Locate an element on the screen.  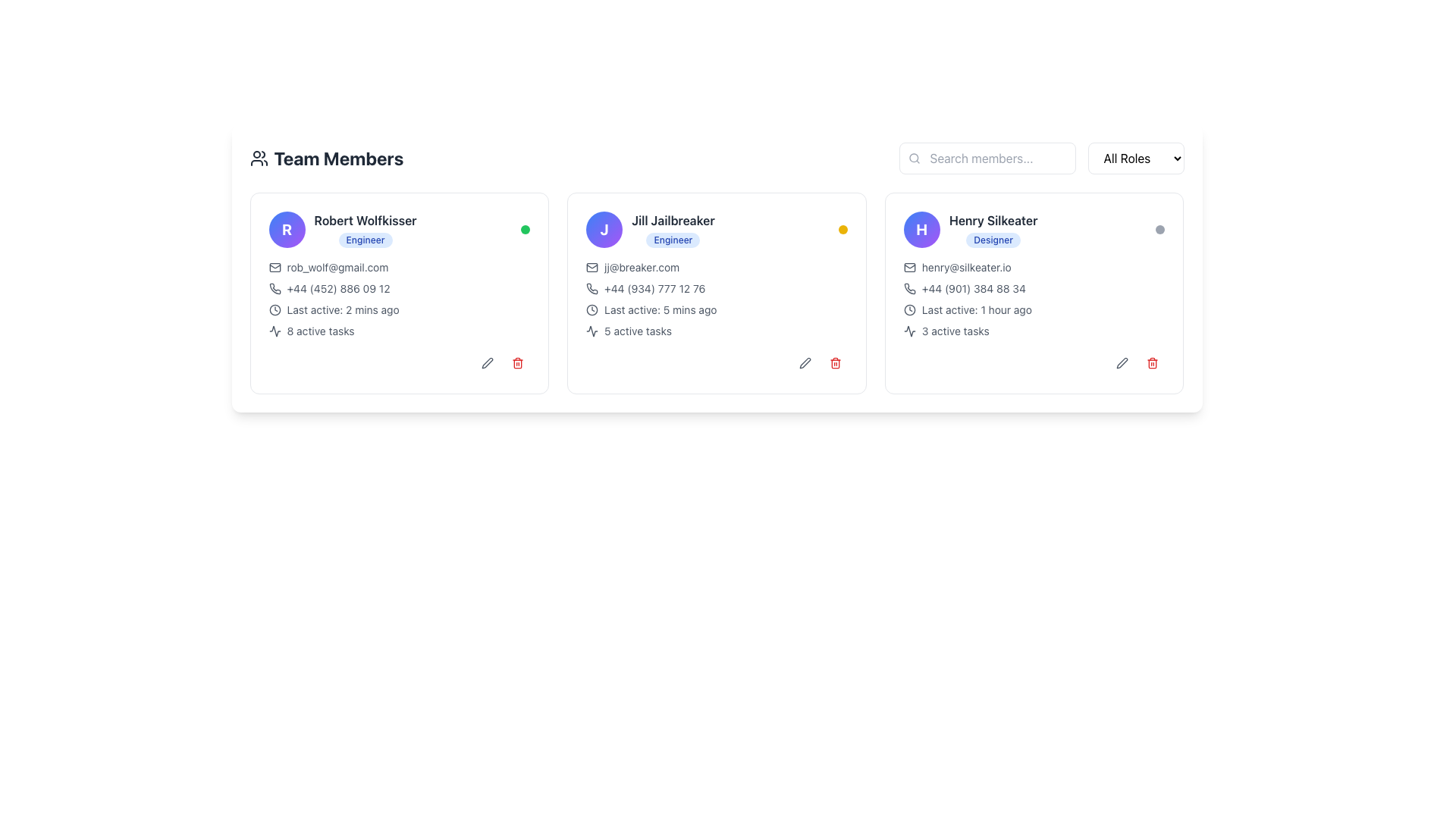
count of active tasks displayed on the text label that shows '3 active tasks' in the bottom-right corner of Henry Silkeater's card is located at coordinates (955, 330).